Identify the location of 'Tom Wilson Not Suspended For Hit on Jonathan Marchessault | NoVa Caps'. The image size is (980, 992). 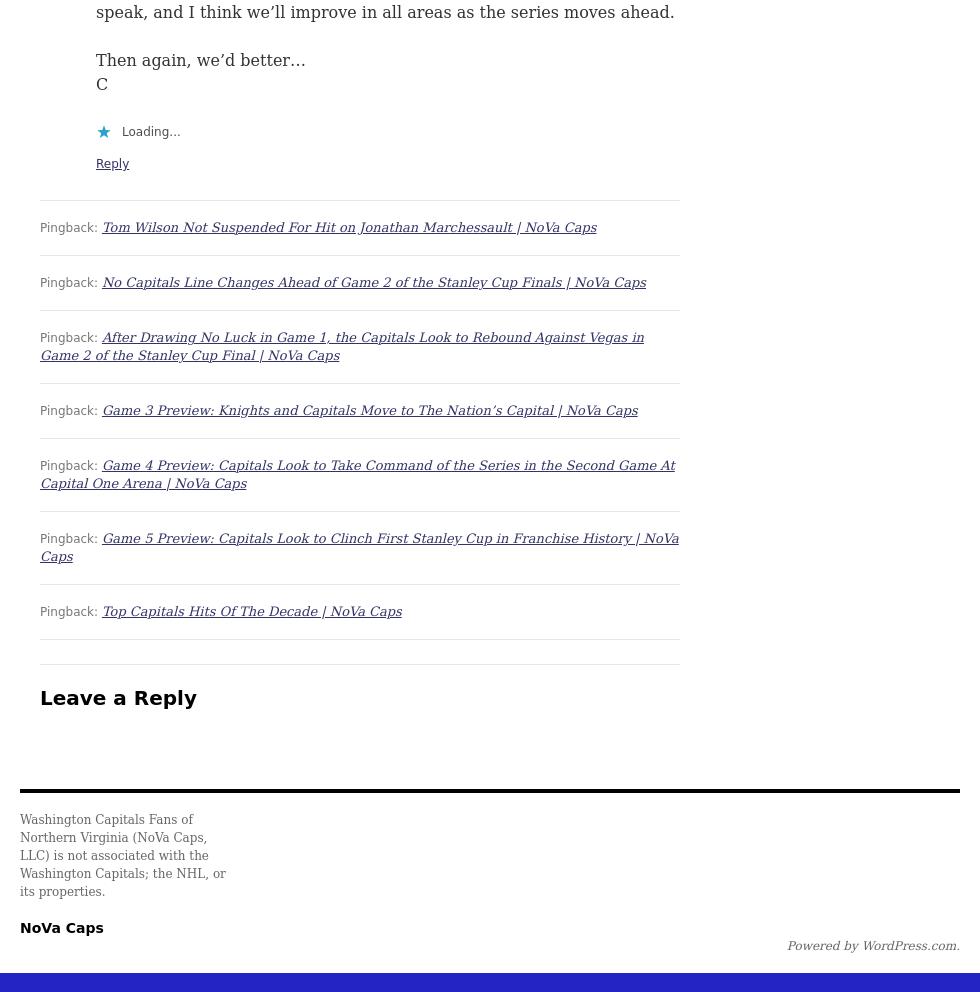
(348, 227).